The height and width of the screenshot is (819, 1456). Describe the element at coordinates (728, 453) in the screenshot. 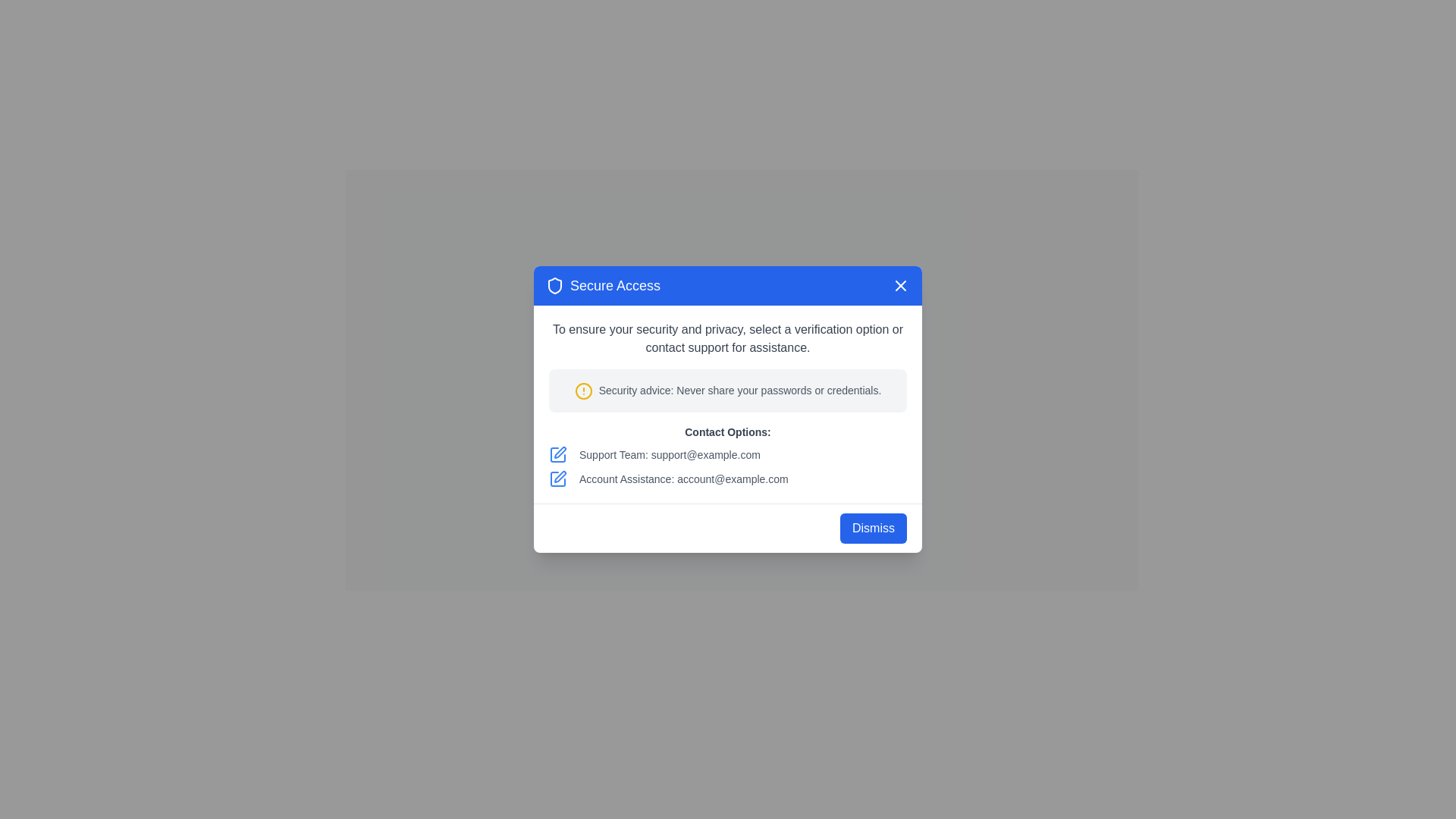

I see `the informational text element providing contact information for the support team, which is located under the heading 'Contact Options:' and aligned with the blue pen icon` at that location.